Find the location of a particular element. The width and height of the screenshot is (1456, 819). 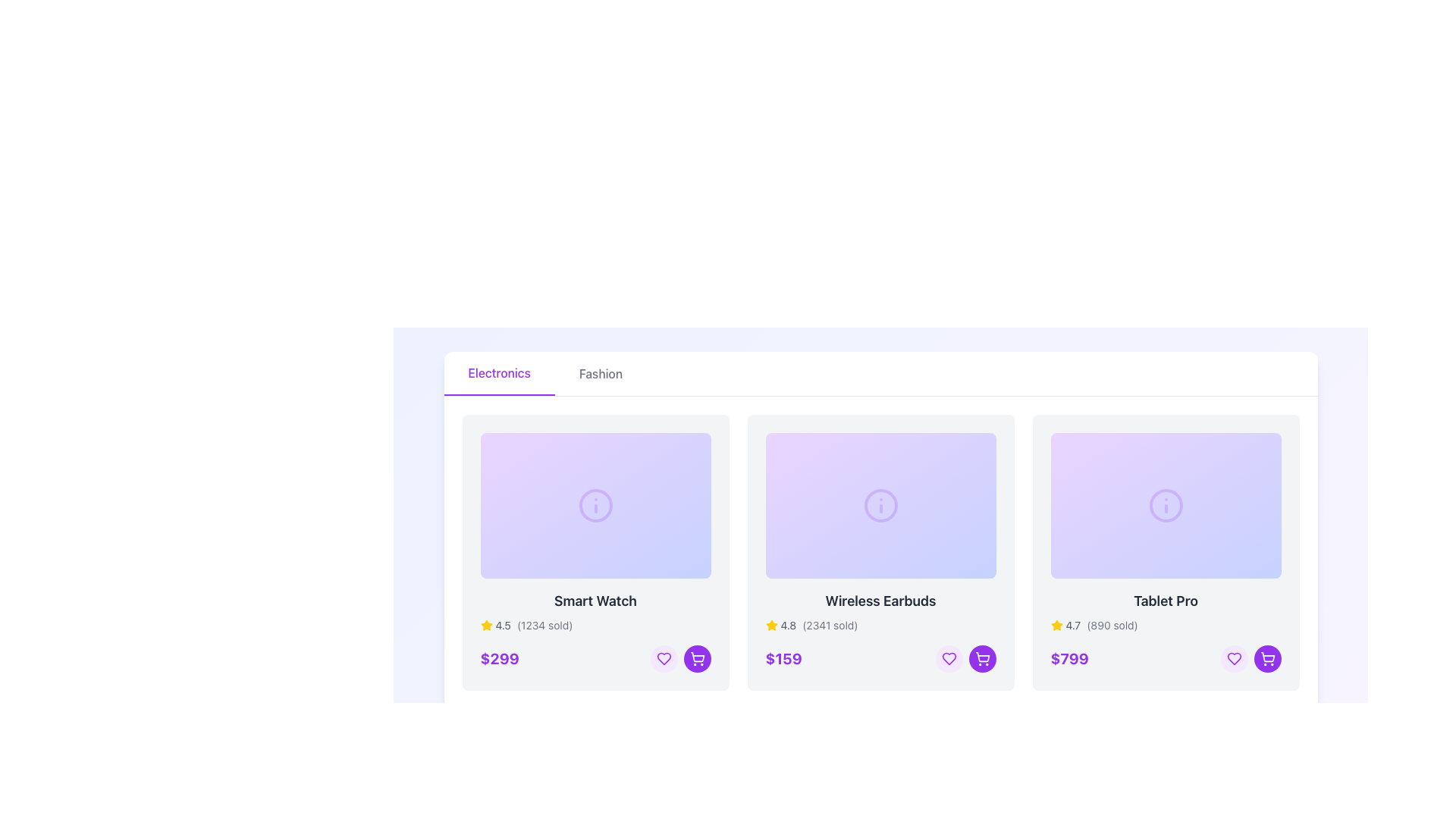

the circular border of the 'info' symbol within the 'Wireless Earbuds' product card, which is centrally located in the card and has a thin stroke with no fill color is located at coordinates (880, 506).